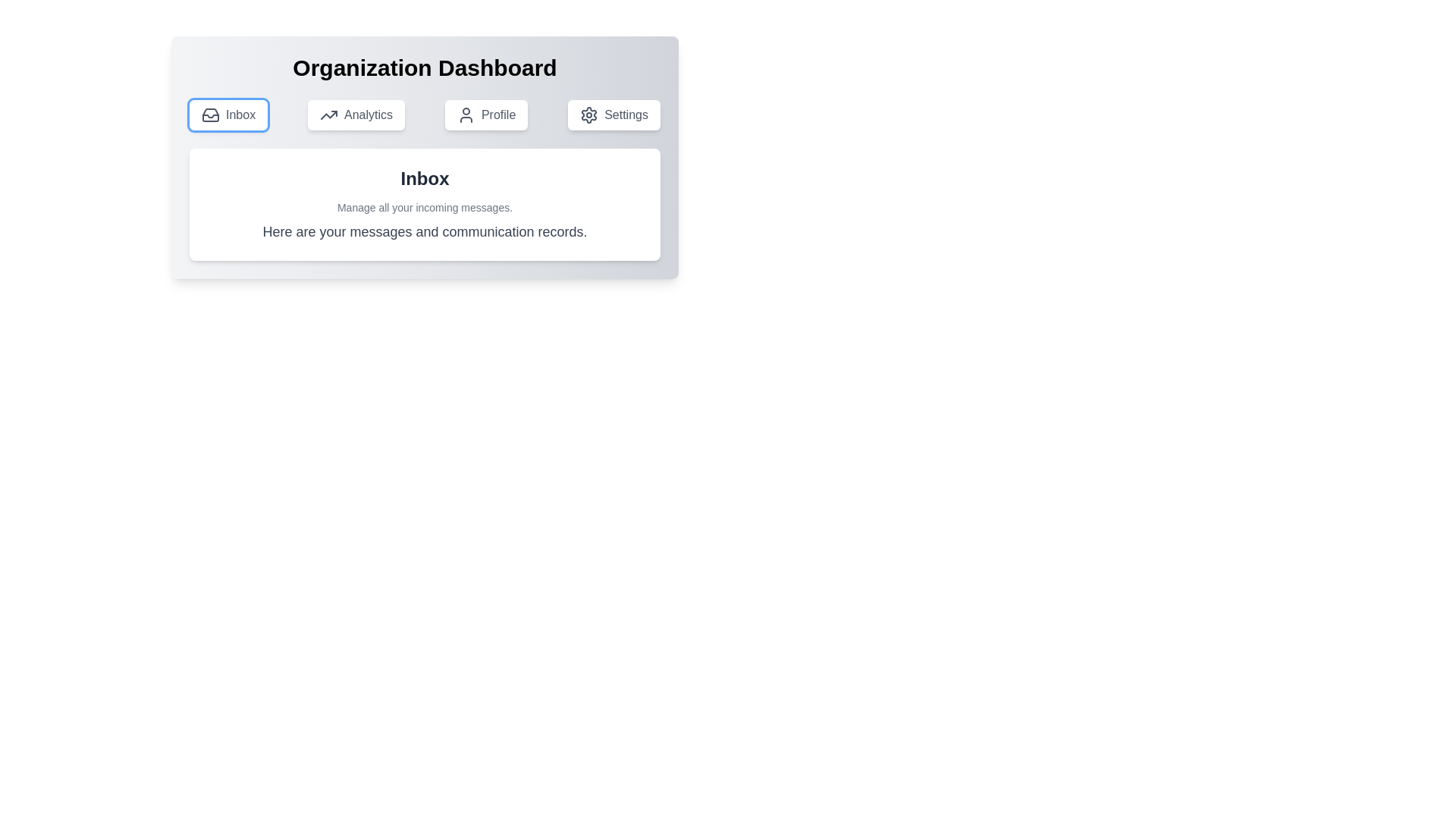 The image size is (1456, 819). What do you see at coordinates (465, 114) in the screenshot?
I see `the user icon within the 'Profile' button, which is located in the top row of the user interface, to the right of the 'Analytics' button and to the left of the 'Settings' button` at bounding box center [465, 114].